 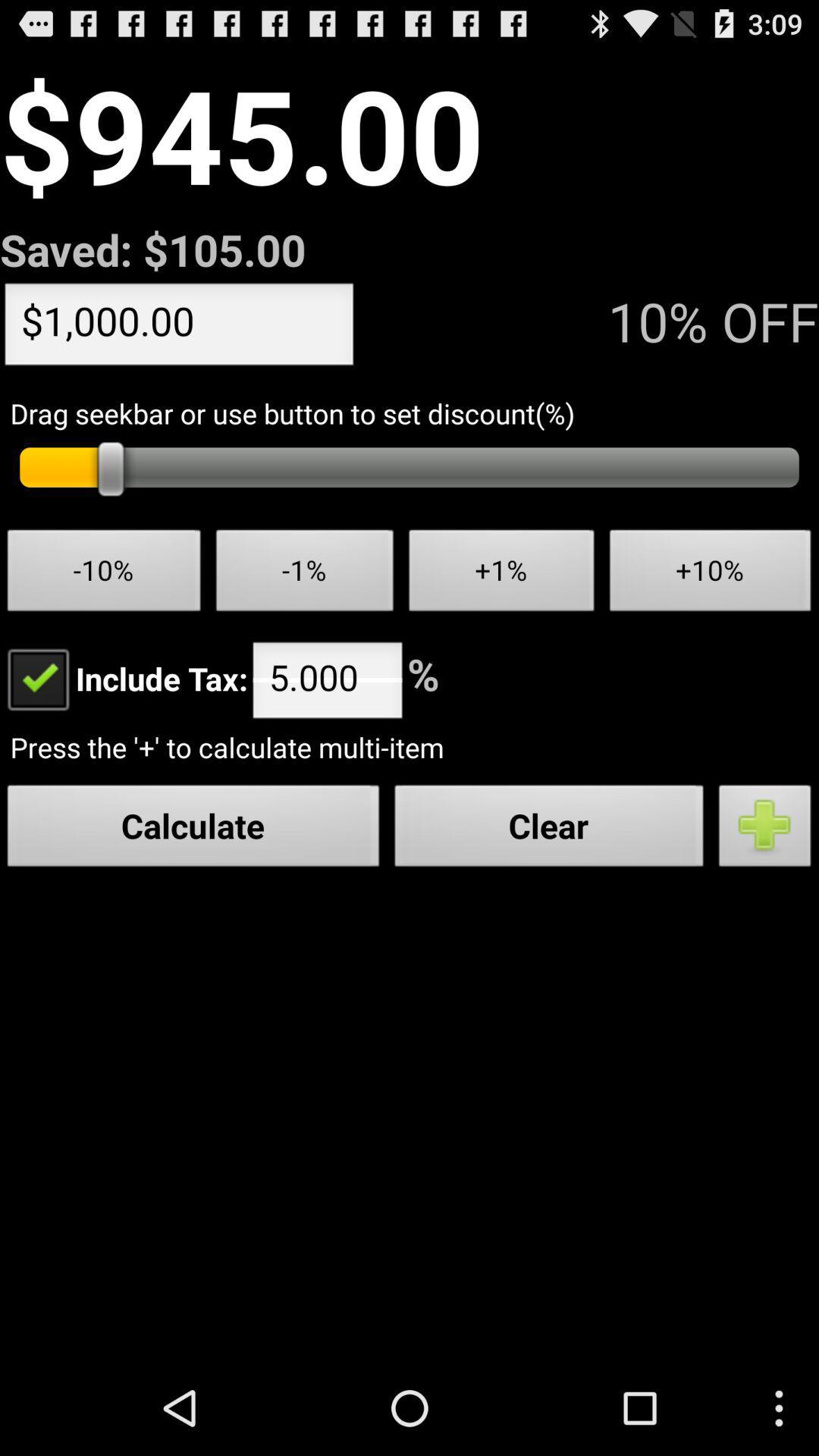 I want to click on the icon to the left of the   10% off app, so click(x=178, y=327).